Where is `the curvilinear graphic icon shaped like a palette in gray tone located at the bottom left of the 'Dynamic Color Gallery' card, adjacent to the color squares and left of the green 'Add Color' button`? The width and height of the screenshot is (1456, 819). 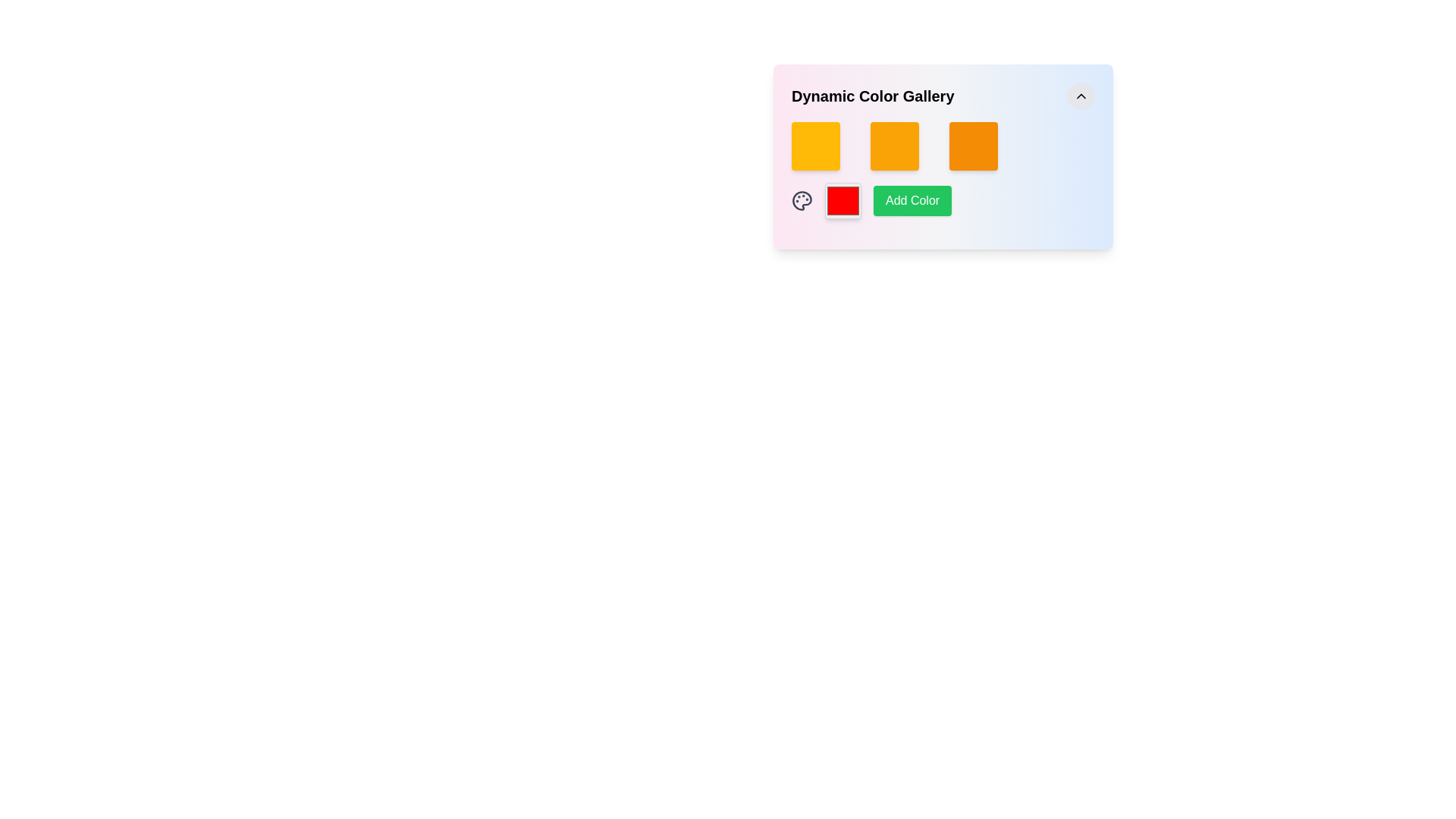 the curvilinear graphic icon shaped like a palette in gray tone located at the bottom left of the 'Dynamic Color Gallery' card, adjacent to the color squares and left of the green 'Add Color' button is located at coordinates (801, 200).